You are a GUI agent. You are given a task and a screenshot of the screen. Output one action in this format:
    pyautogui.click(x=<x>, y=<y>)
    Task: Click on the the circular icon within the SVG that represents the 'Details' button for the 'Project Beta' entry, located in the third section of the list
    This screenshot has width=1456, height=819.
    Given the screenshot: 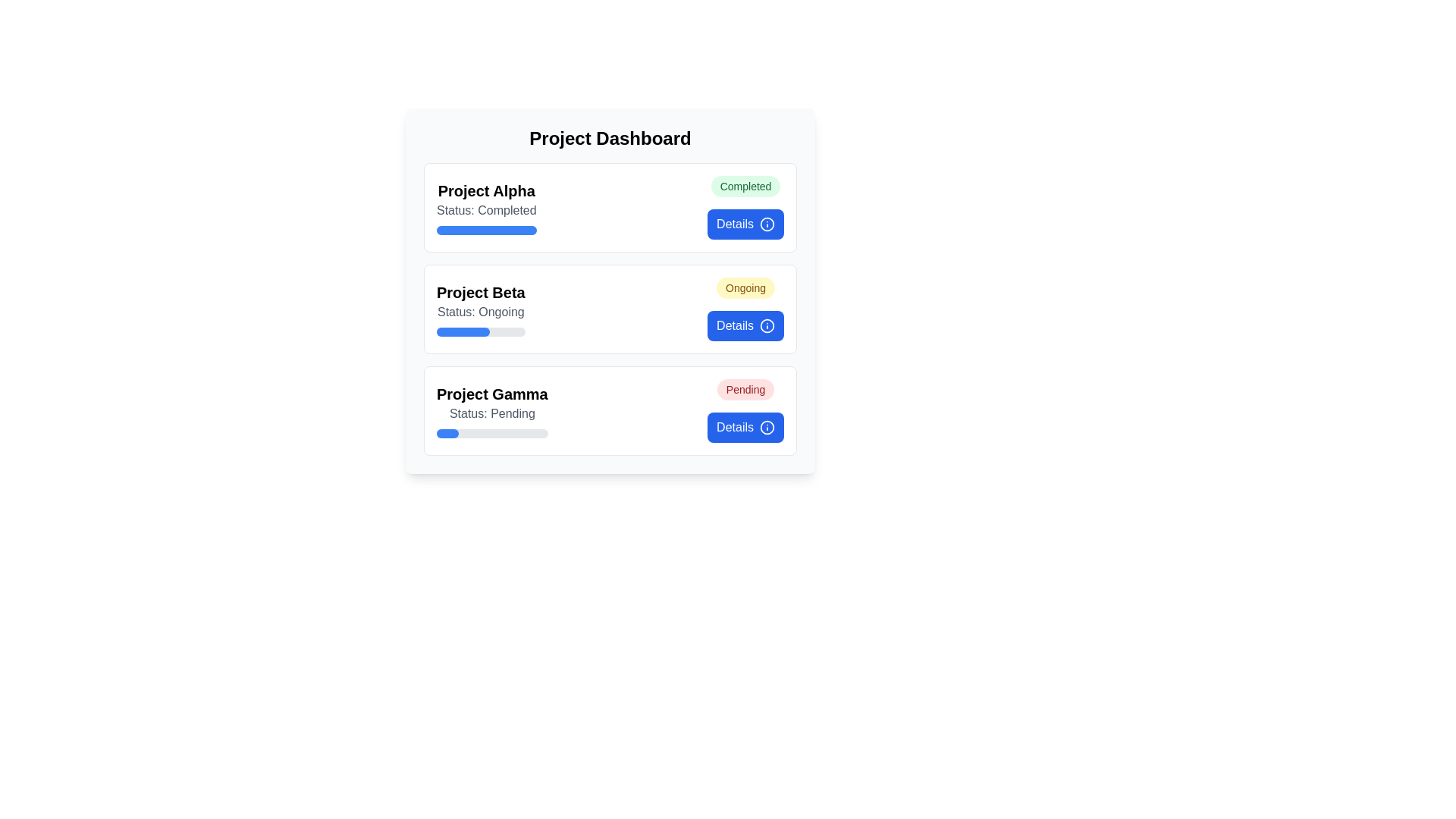 What is the action you would take?
    pyautogui.click(x=767, y=325)
    